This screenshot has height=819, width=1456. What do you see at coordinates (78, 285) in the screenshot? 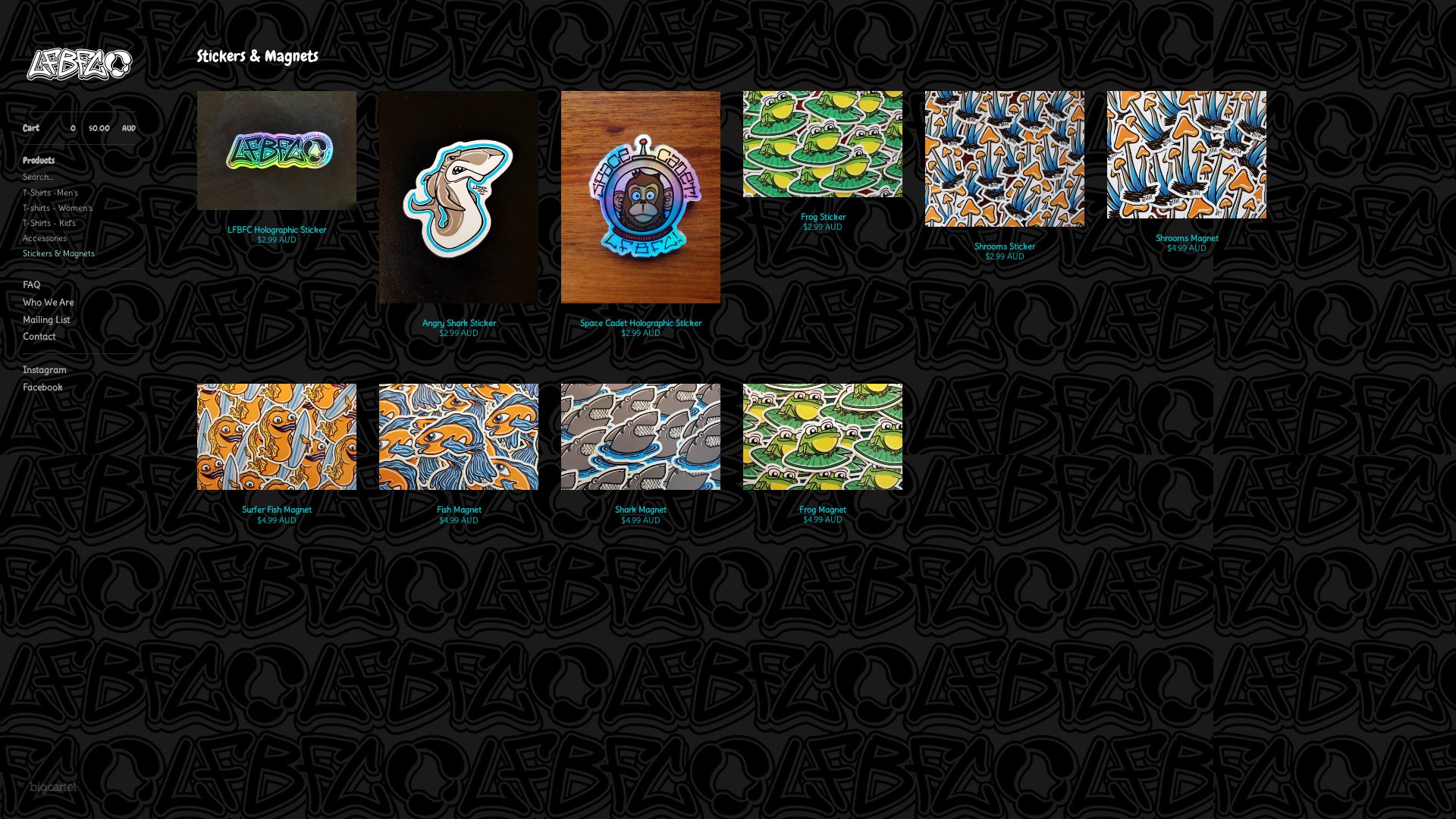
I see `'FAQ'` at bounding box center [78, 285].